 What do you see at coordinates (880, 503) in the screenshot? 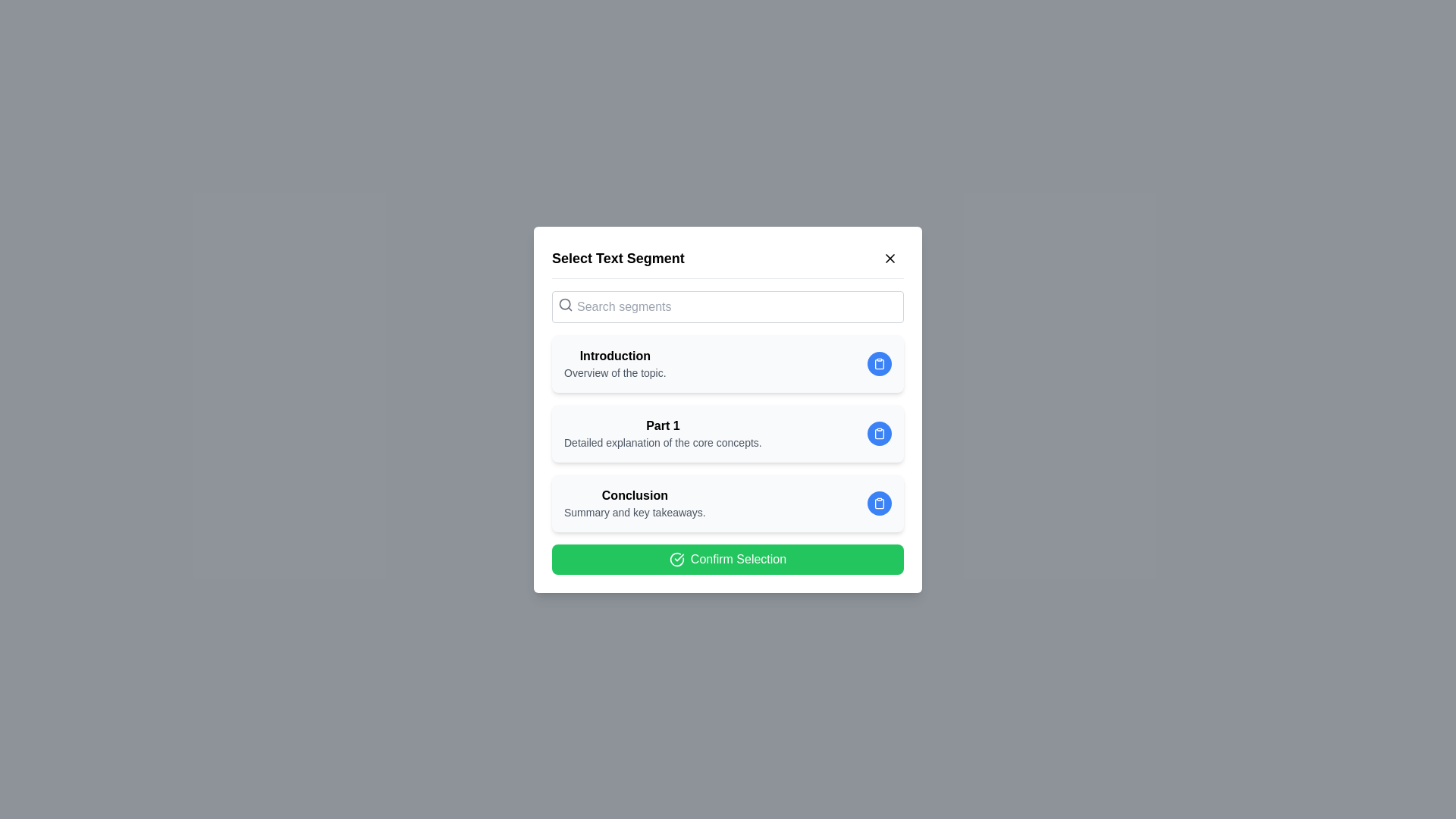
I see `the clipboard icon corresponding to the segment Conclusion to copy its information to the clipboard` at bounding box center [880, 503].